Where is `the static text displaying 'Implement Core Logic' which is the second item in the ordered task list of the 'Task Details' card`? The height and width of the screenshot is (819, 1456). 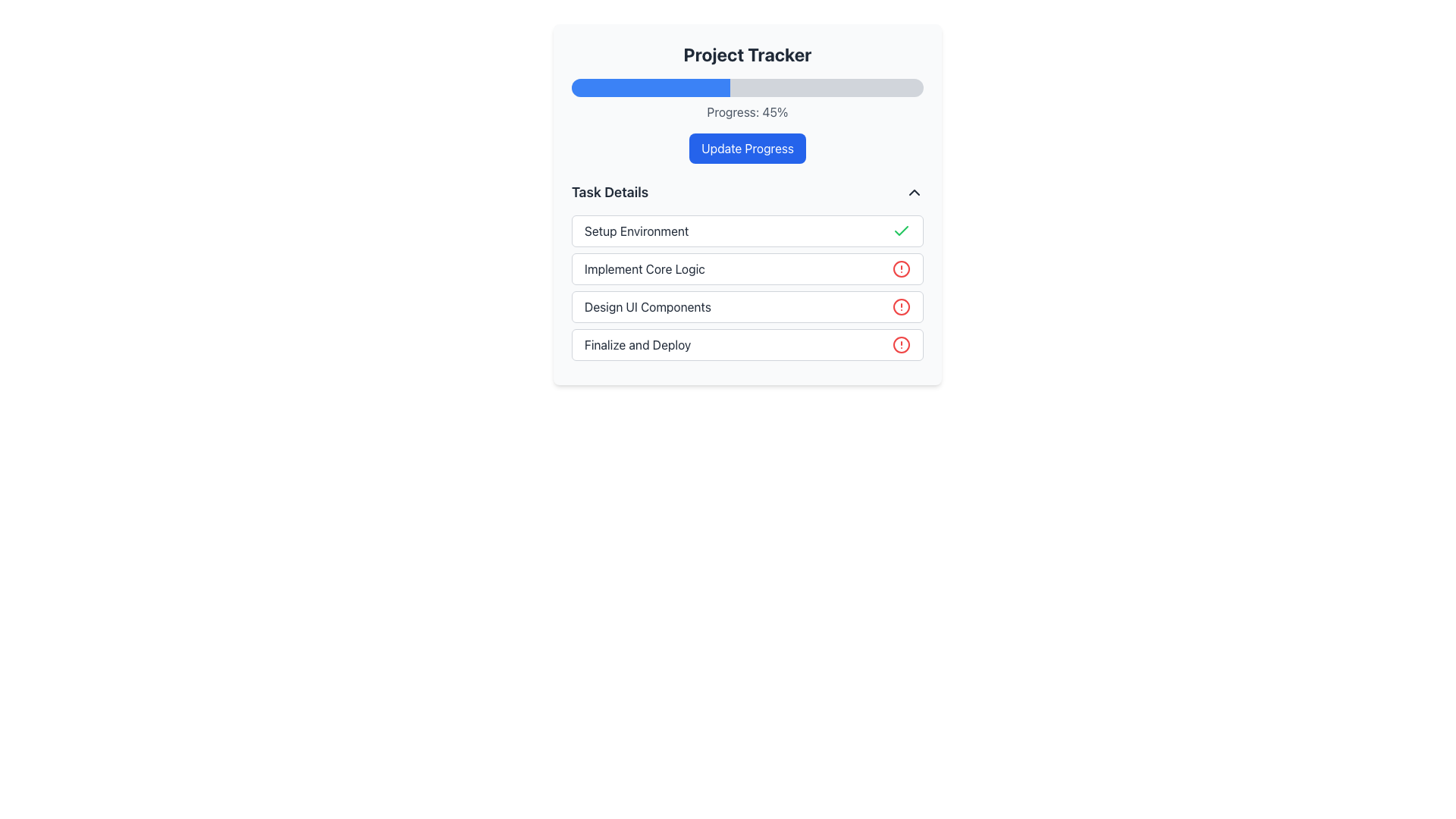
the static text displaying 'Implement Core Logic' which is the second item in the ordered task list of the 'Task Details' card is located at coordinates (645, 268).